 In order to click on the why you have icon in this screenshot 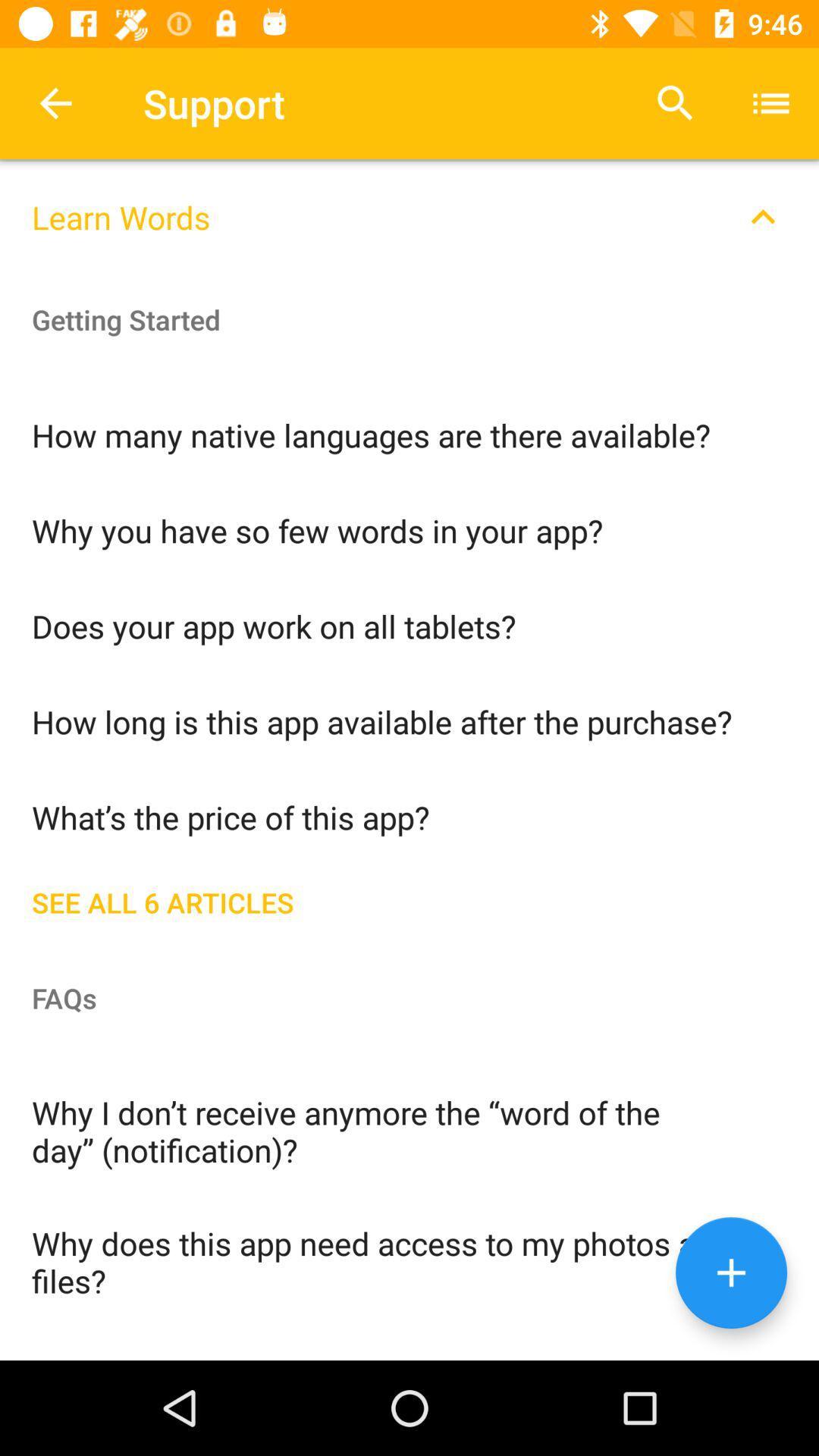, I will do `click(409, 529)`.